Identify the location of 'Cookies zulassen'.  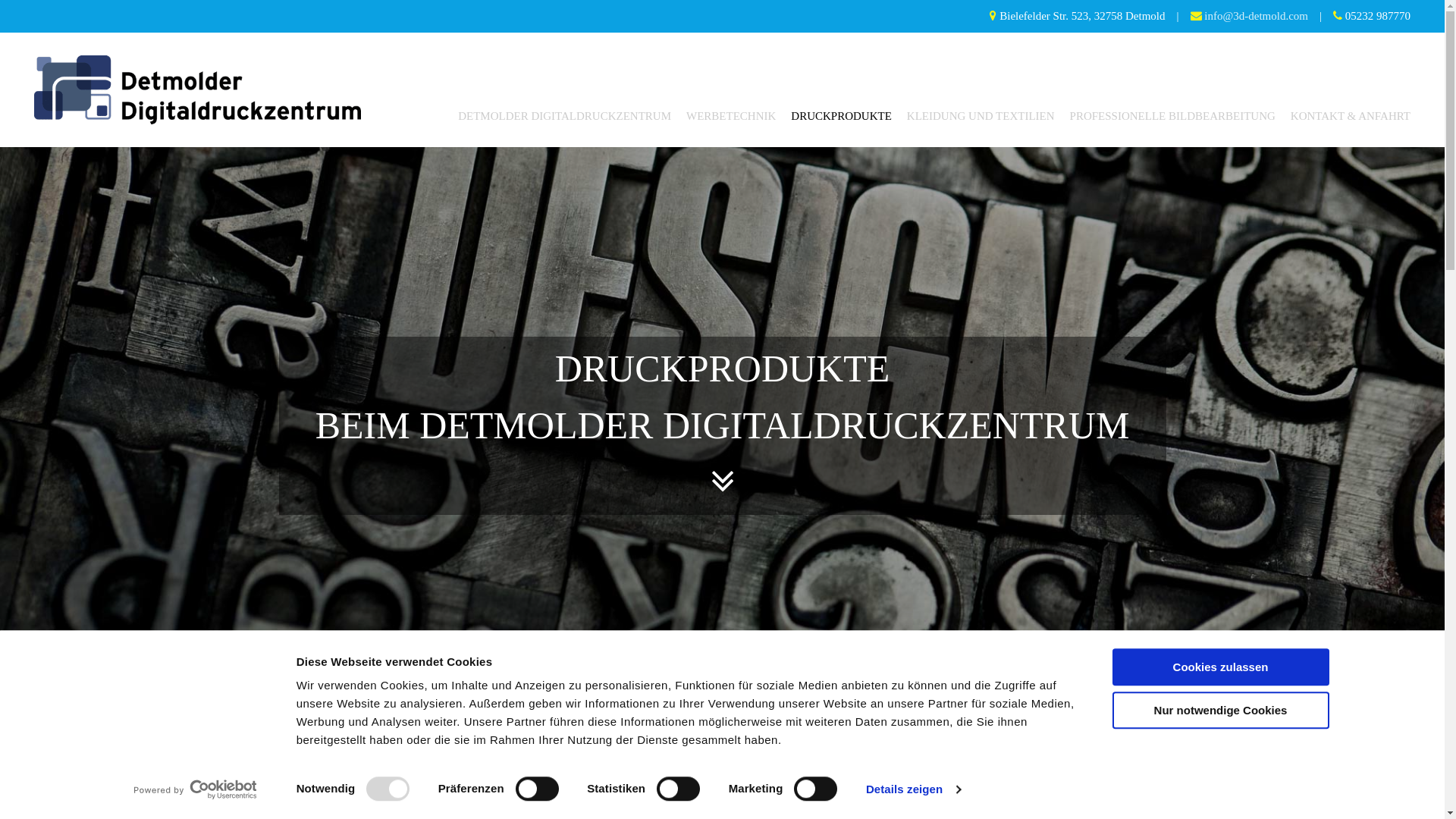
(1111, 666).